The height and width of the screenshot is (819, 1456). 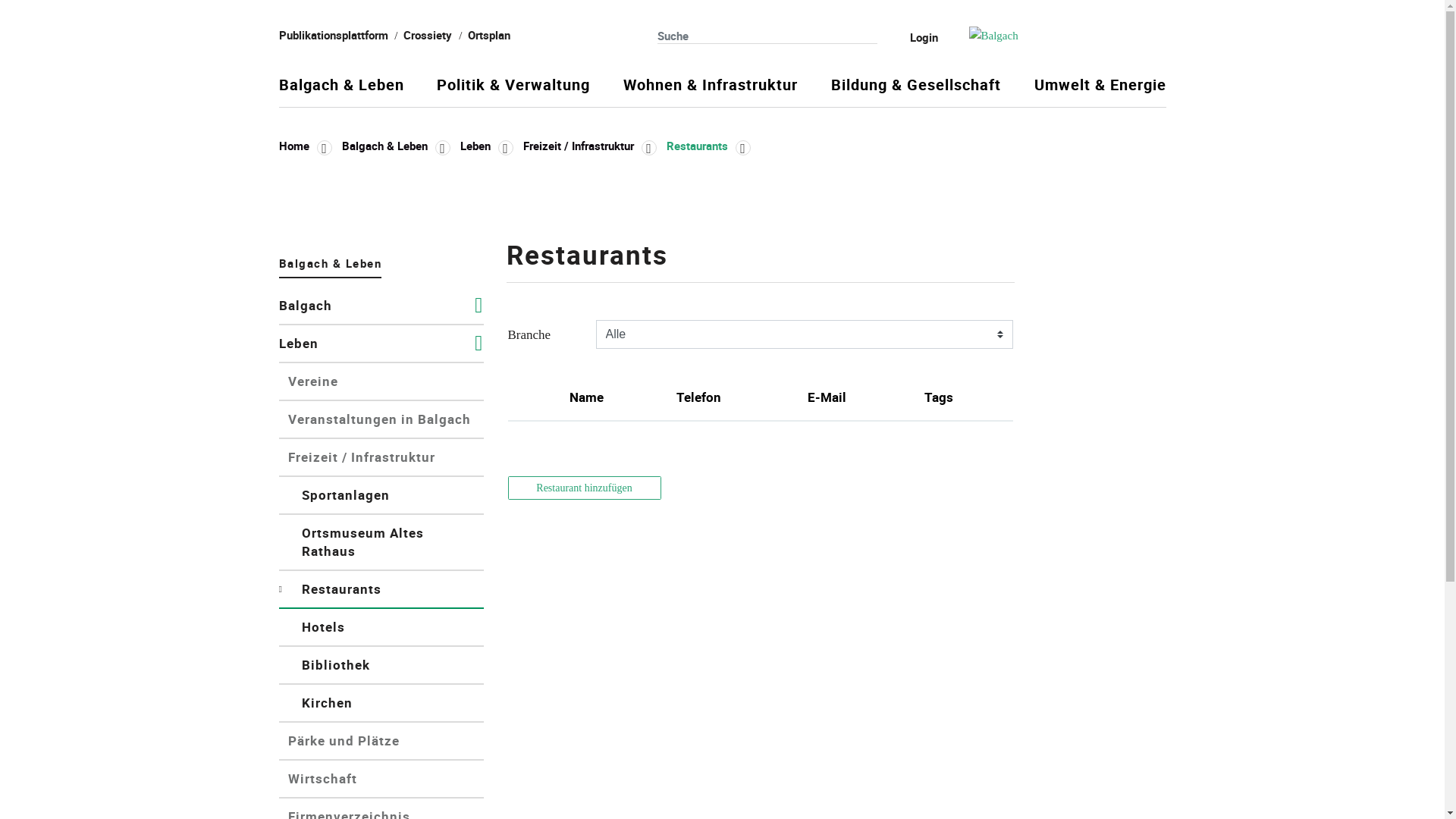 I want to click on 'Sportanlagen', so click(x=381, y=496).